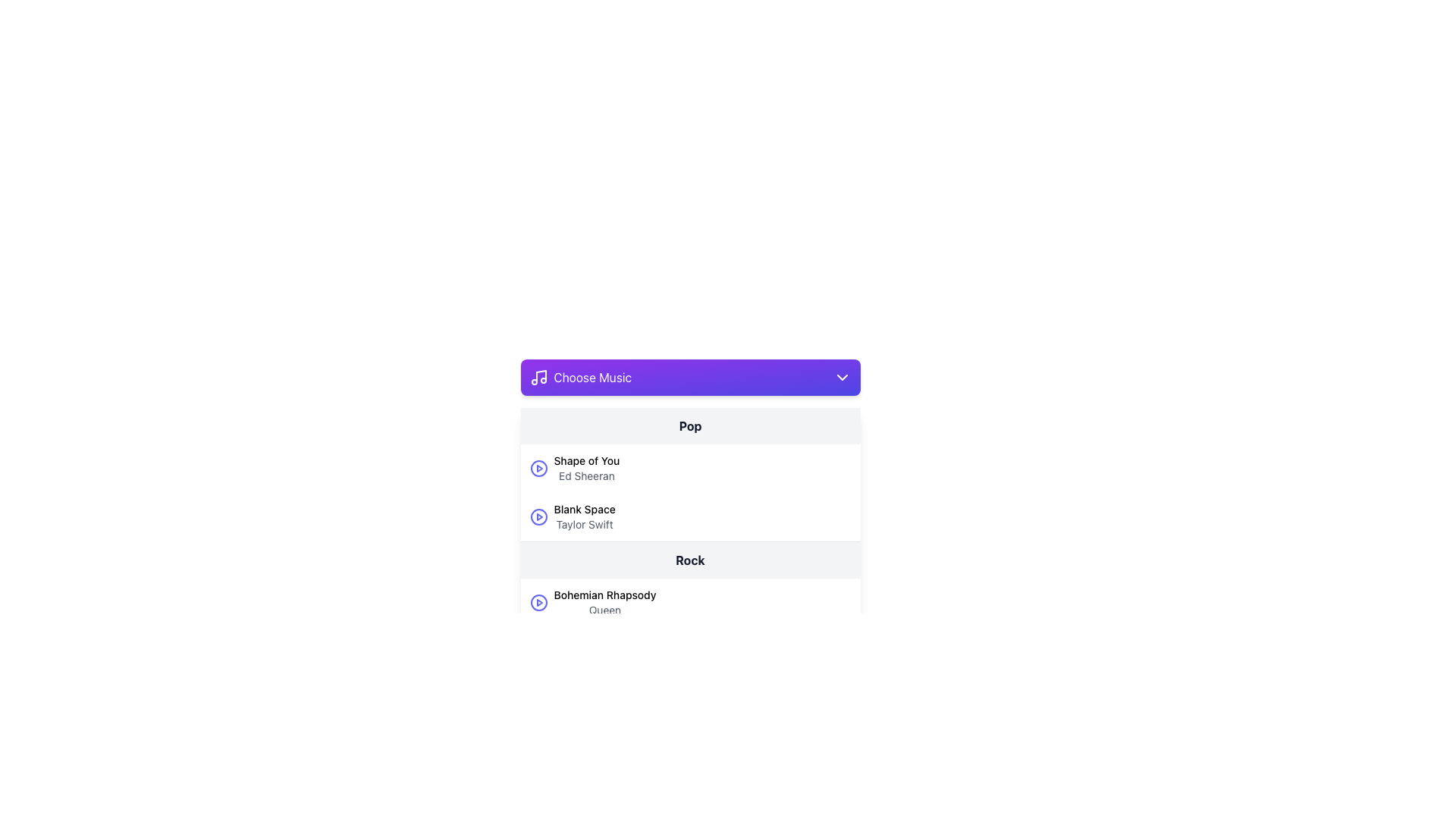 Image resolution: width=1456 pixels, height=819 pixels. I want to click on on the first list item displaying the song title 'Bohemian Rhapsody' by 'Queen' under the 'Rock' section, so click(689, 626).